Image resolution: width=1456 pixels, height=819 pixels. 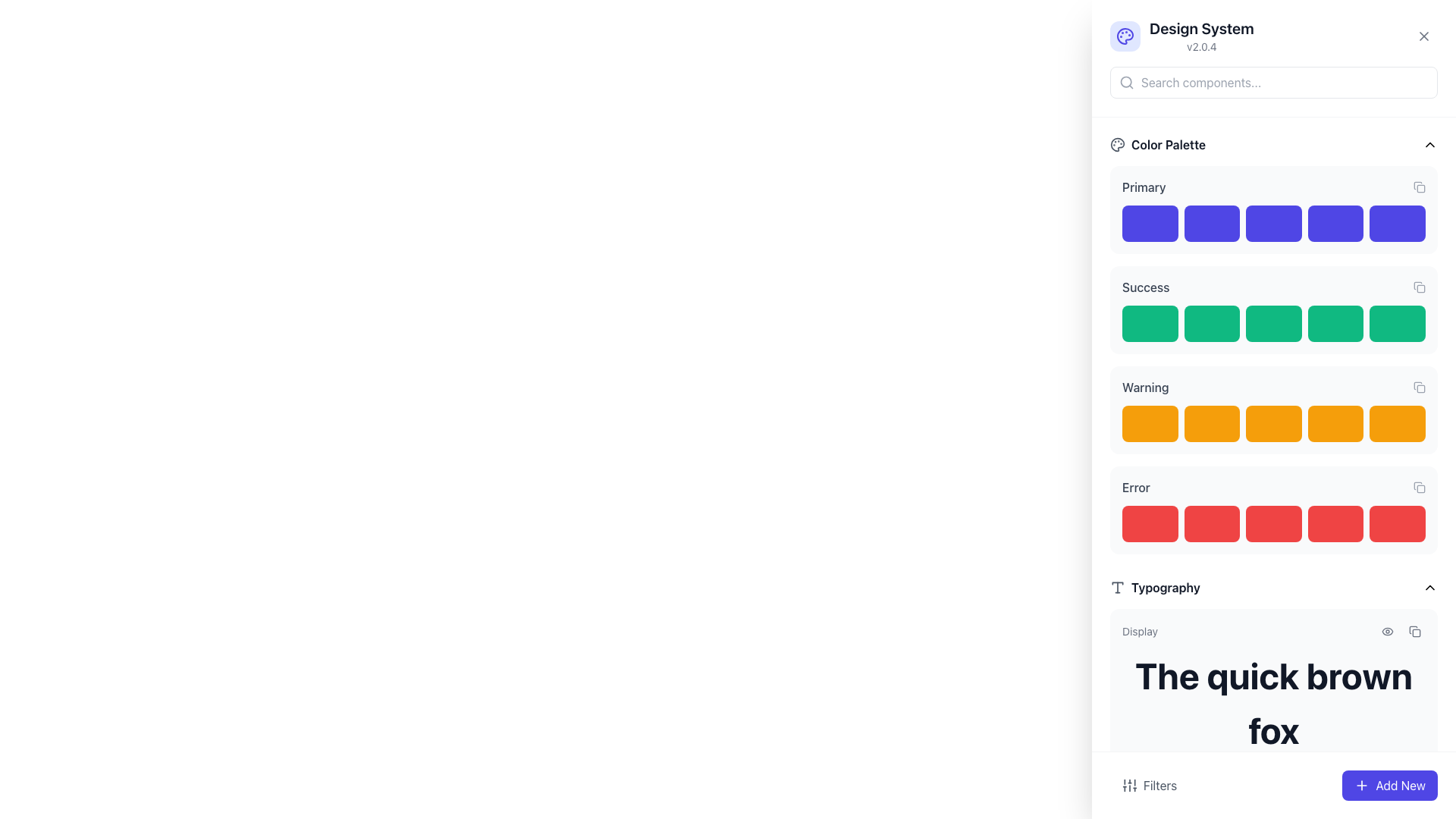 What do you see at coordinates (1401, 803) in the screenshot?
I see `the copy icon in the utility toolbar located in the bottom-right section of the interface` at bounding box center [1401, 803].